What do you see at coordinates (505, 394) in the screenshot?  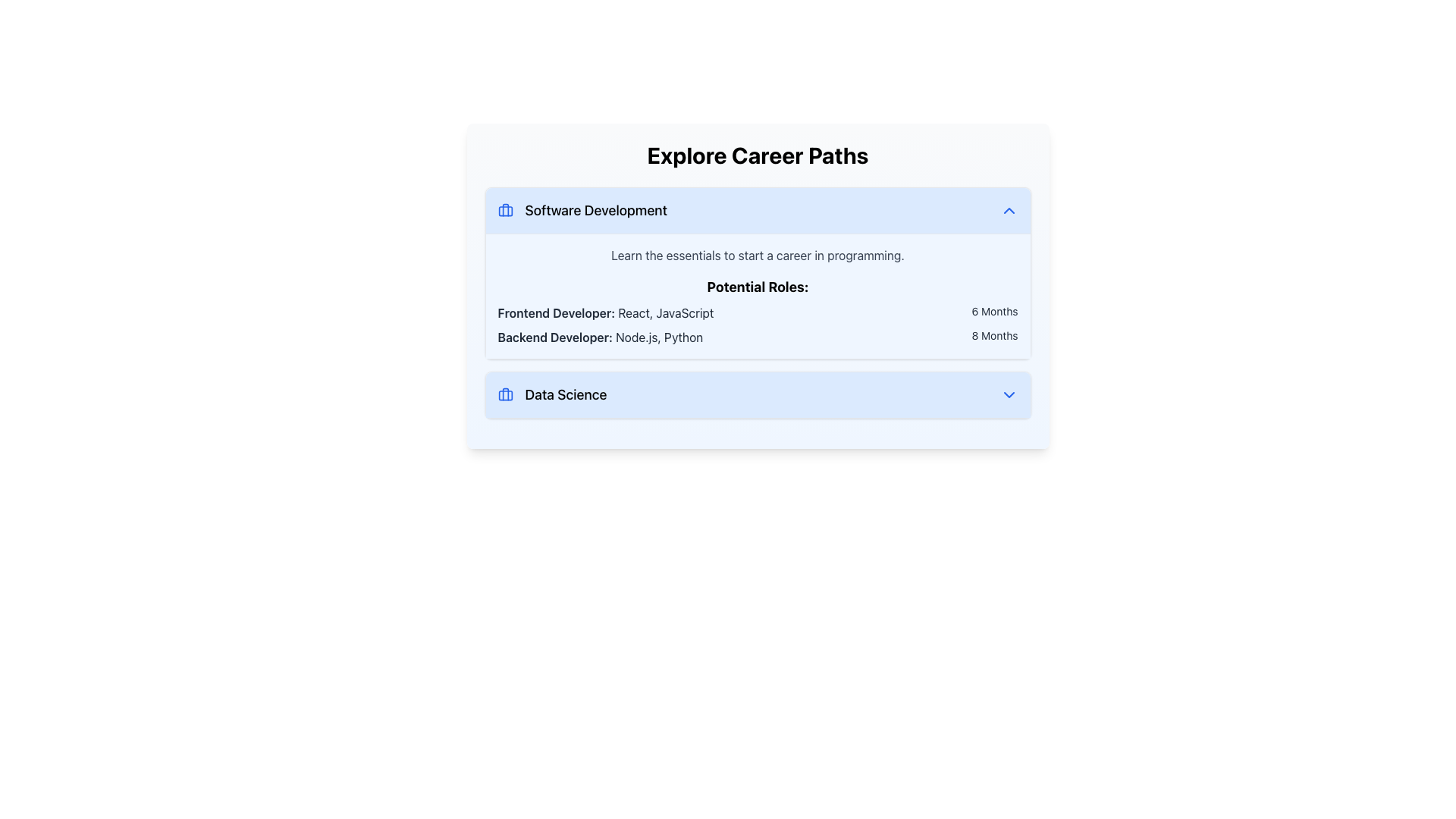 I see `the blue briefcase icon located at the start of the 'Data Science' section, which is styled with a thin stroke outline and has rounded edges` at bounding box center [505, 394].